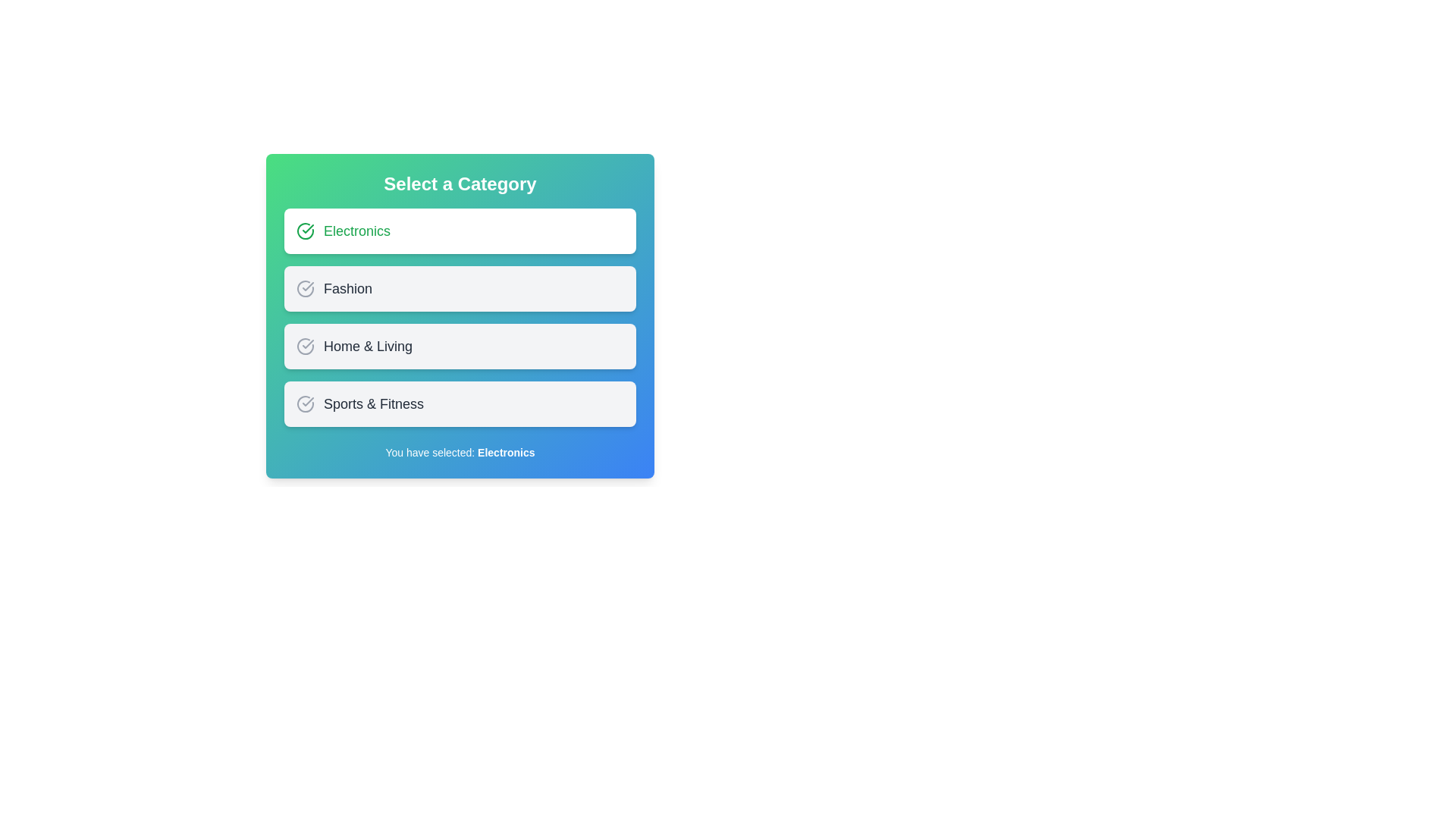  I want to click on the large, bold title with white text saying 'Select a Category' positioned at the top of a gradient background, so click(459, 184).